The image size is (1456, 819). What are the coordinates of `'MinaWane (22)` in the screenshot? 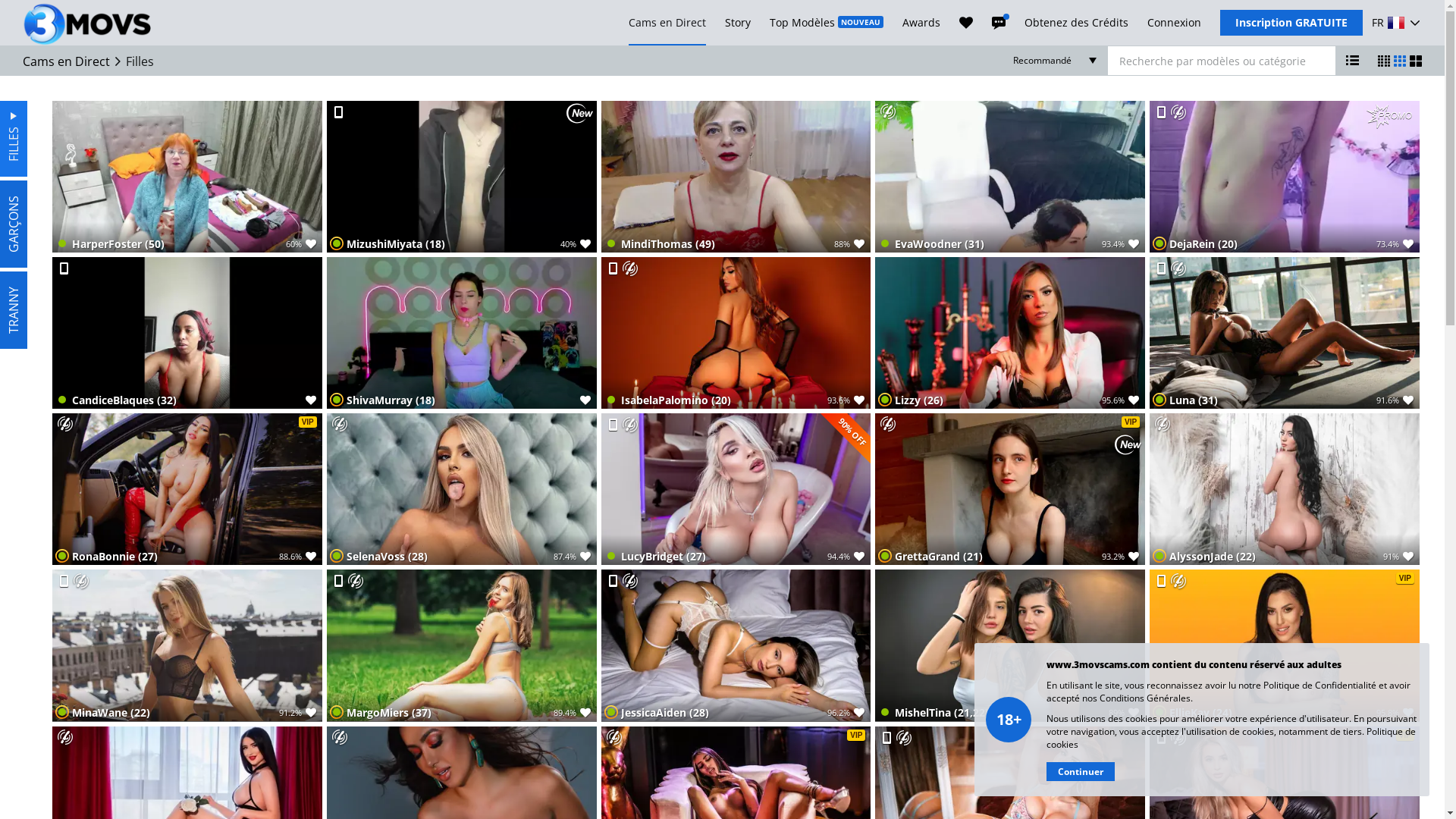 It's located at (186, 645).